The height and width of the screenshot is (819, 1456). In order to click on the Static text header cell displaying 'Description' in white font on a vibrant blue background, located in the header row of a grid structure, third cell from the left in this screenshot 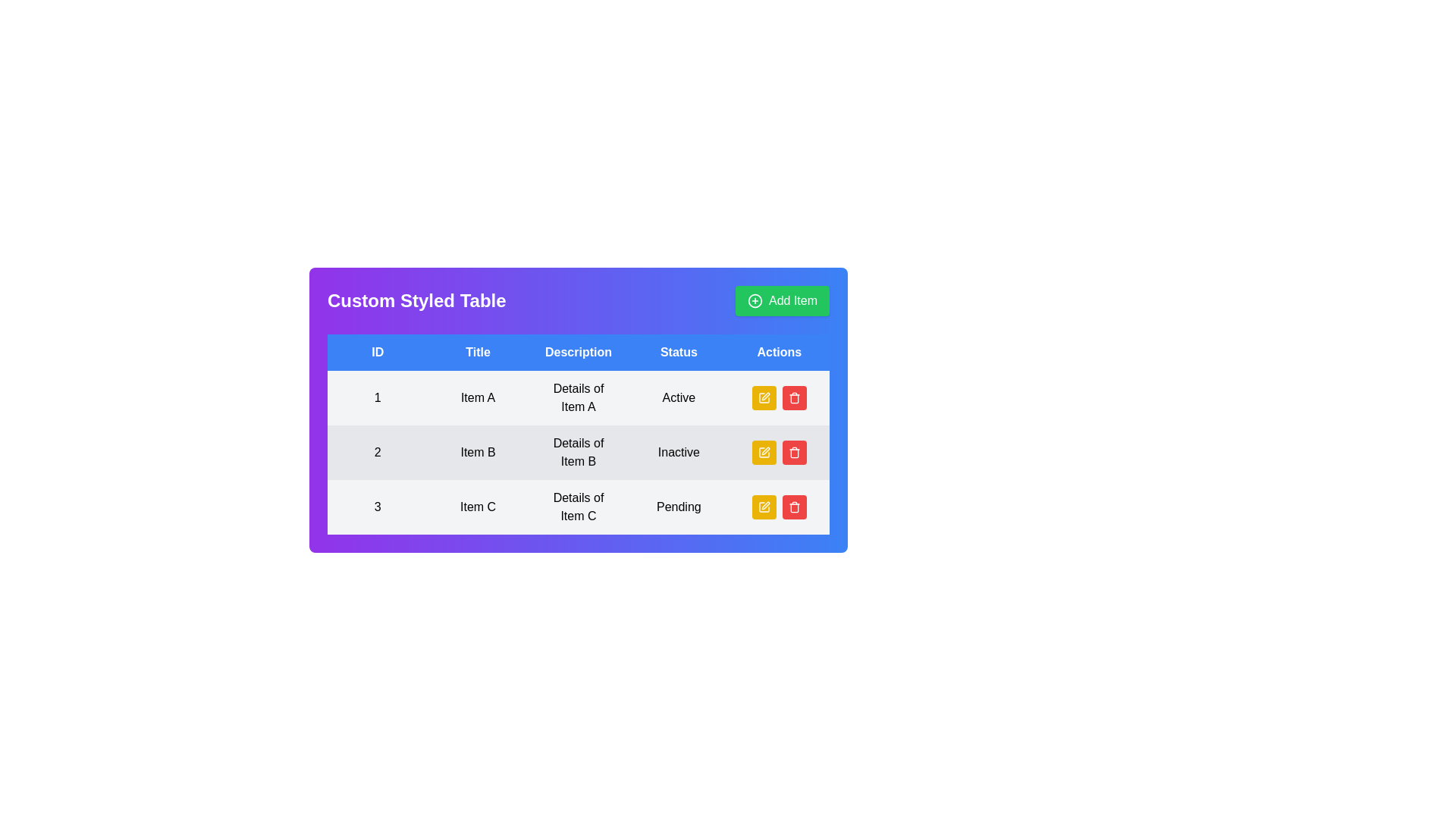, I will do `click(578, 353)`.